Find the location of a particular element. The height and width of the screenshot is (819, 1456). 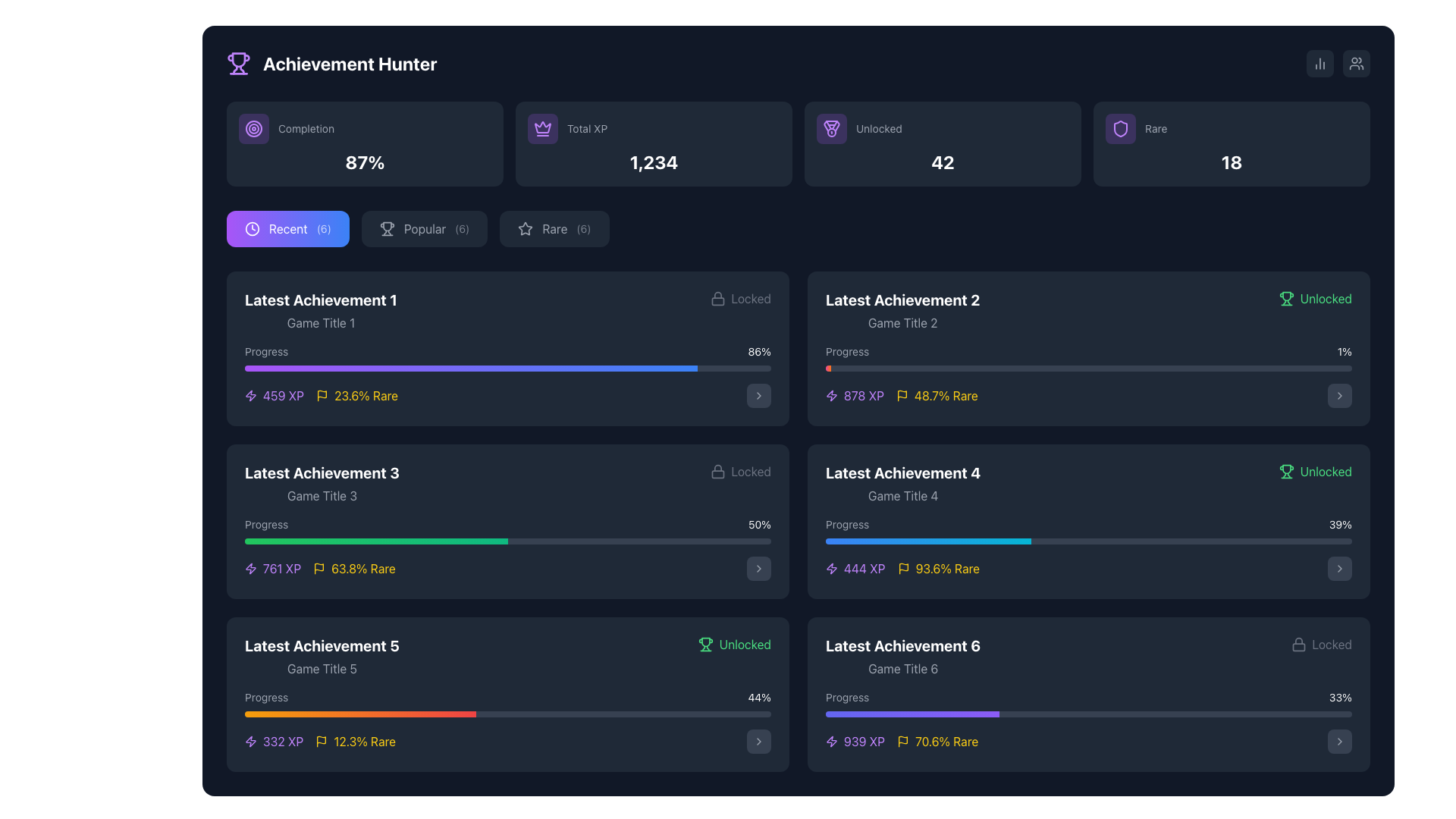

the static text indicating the rarity percentage of the relevant achievement located in the 'Latest Achievement 4' section, positioned to the right of the '444 XP' icon and text is located at coordinates (946, 568).